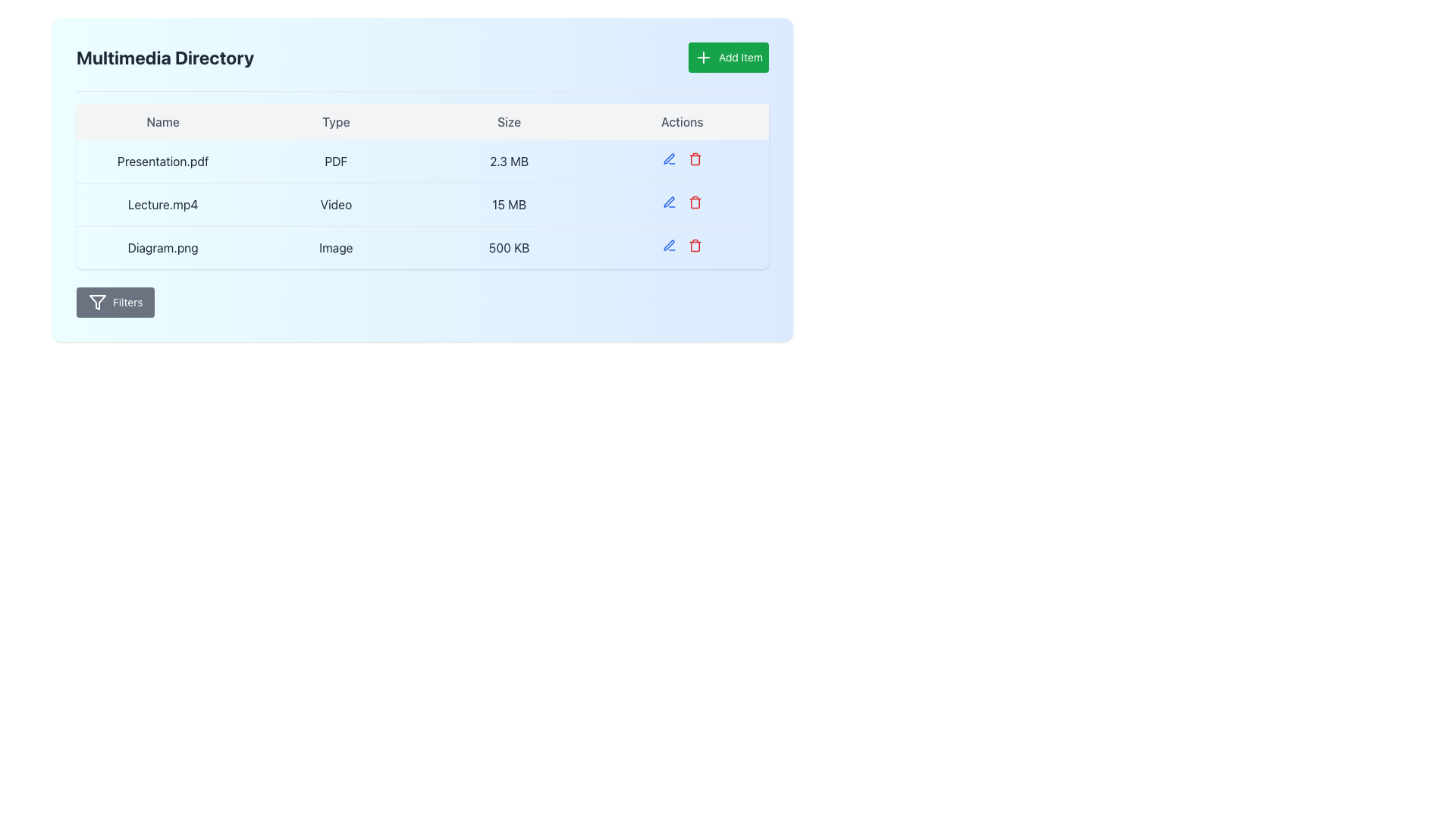  Describe the element at coordinates (163, 121) in the screenshot. I see `the text label displaying 'Name' in the table header, which is styled with a medium font weight and gray text color, located in the first column of the table header` at that location.